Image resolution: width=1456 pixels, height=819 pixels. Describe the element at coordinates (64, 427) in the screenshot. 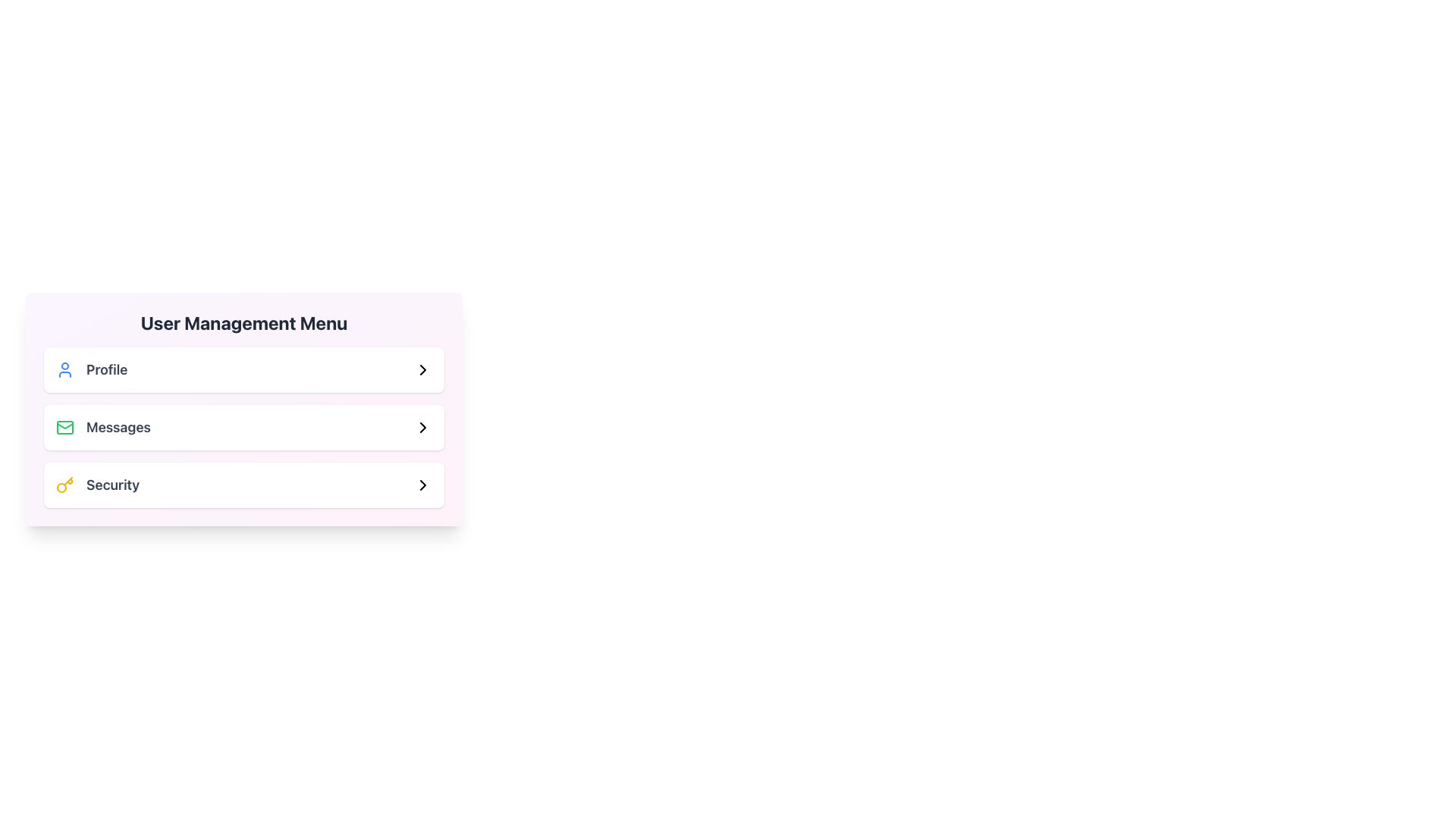

I see `the green outlined envelope icon located next to the 'Messages' label in the User Management Menu interface` at that location.